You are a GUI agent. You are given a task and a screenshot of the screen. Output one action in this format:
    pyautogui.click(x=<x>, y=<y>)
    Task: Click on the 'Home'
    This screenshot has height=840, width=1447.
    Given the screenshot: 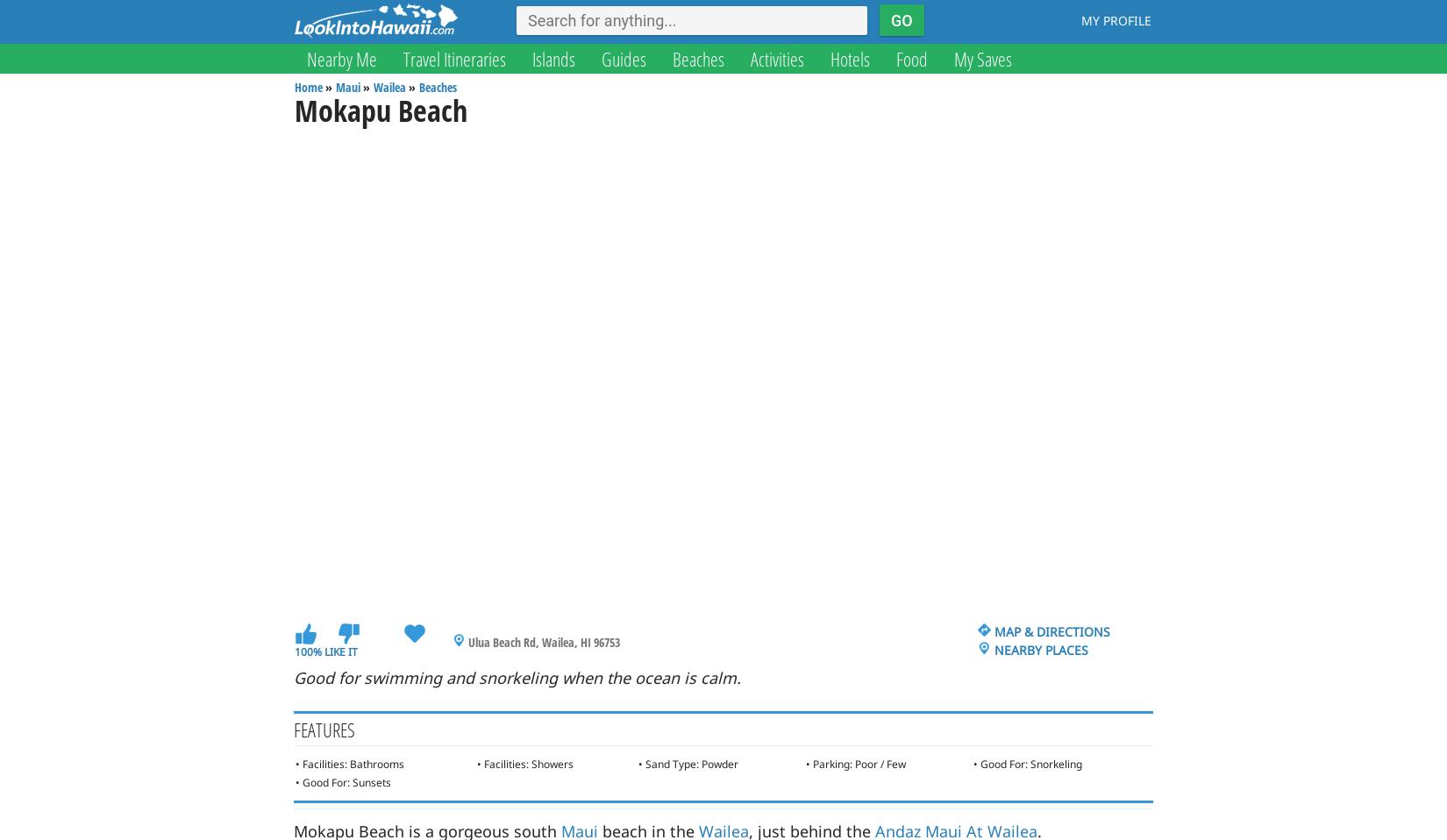 What is the action you would take?
    pyautogui.click(x=308, y=87)
    